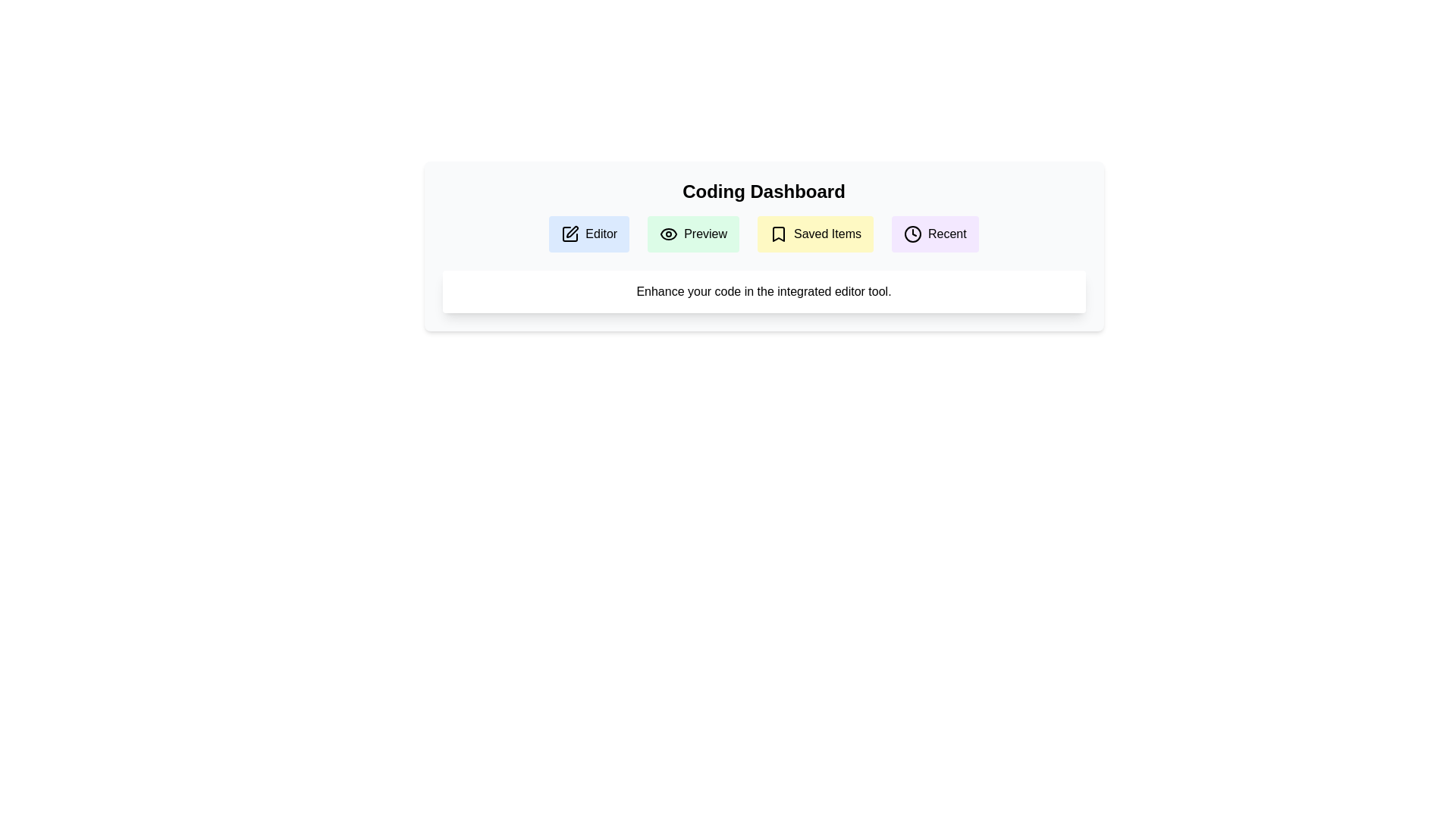 The width and height of the screenshot is (1456, 819). What do you see at coordinates (779, 234) in the screenshot?
I see `the bookmark icon within the 'Saved Items' button` at bounding box center [779, 234].